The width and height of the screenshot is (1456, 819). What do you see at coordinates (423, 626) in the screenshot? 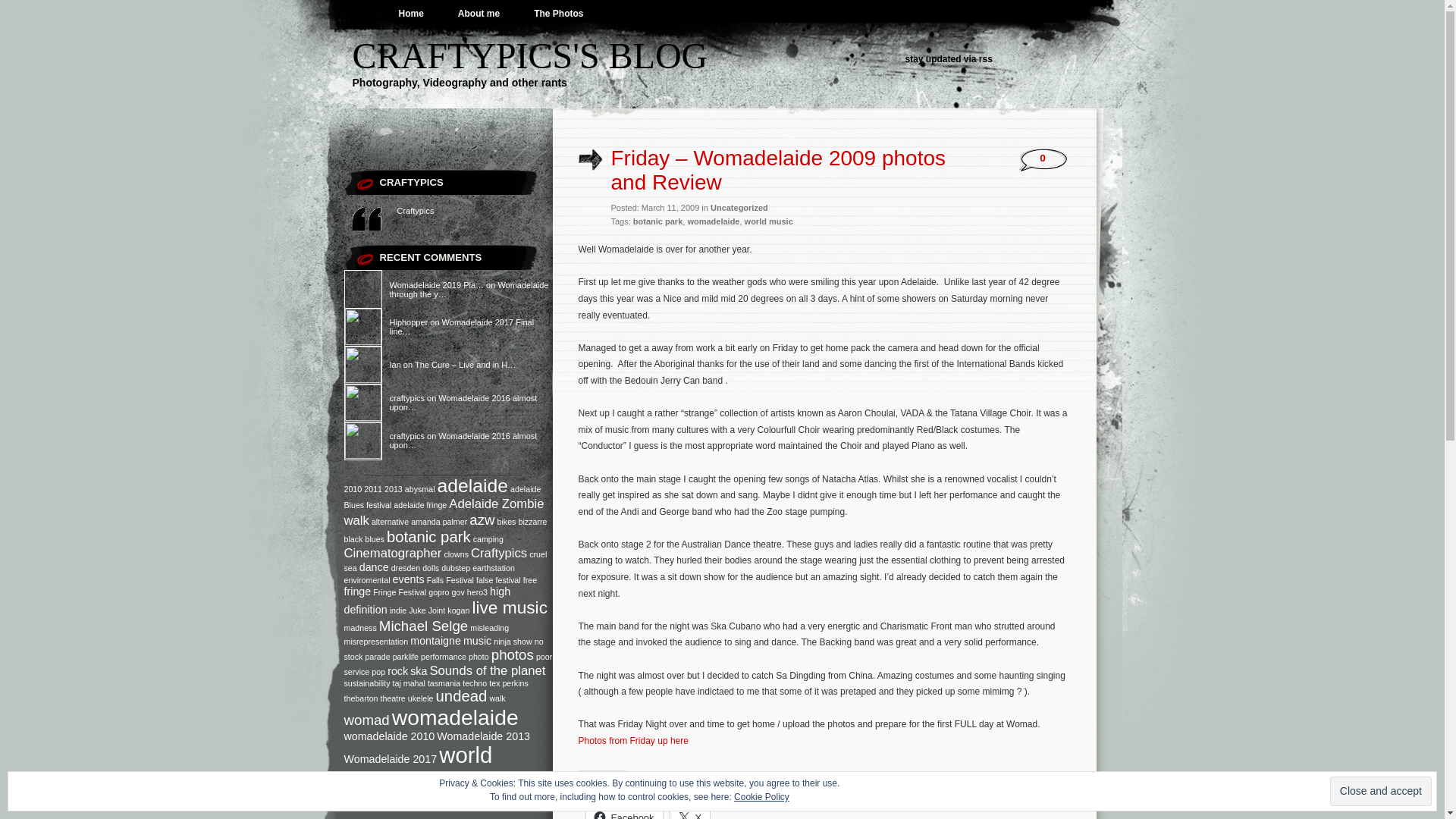
I see `'Michael Selge'` at bounding box center [423, 626].